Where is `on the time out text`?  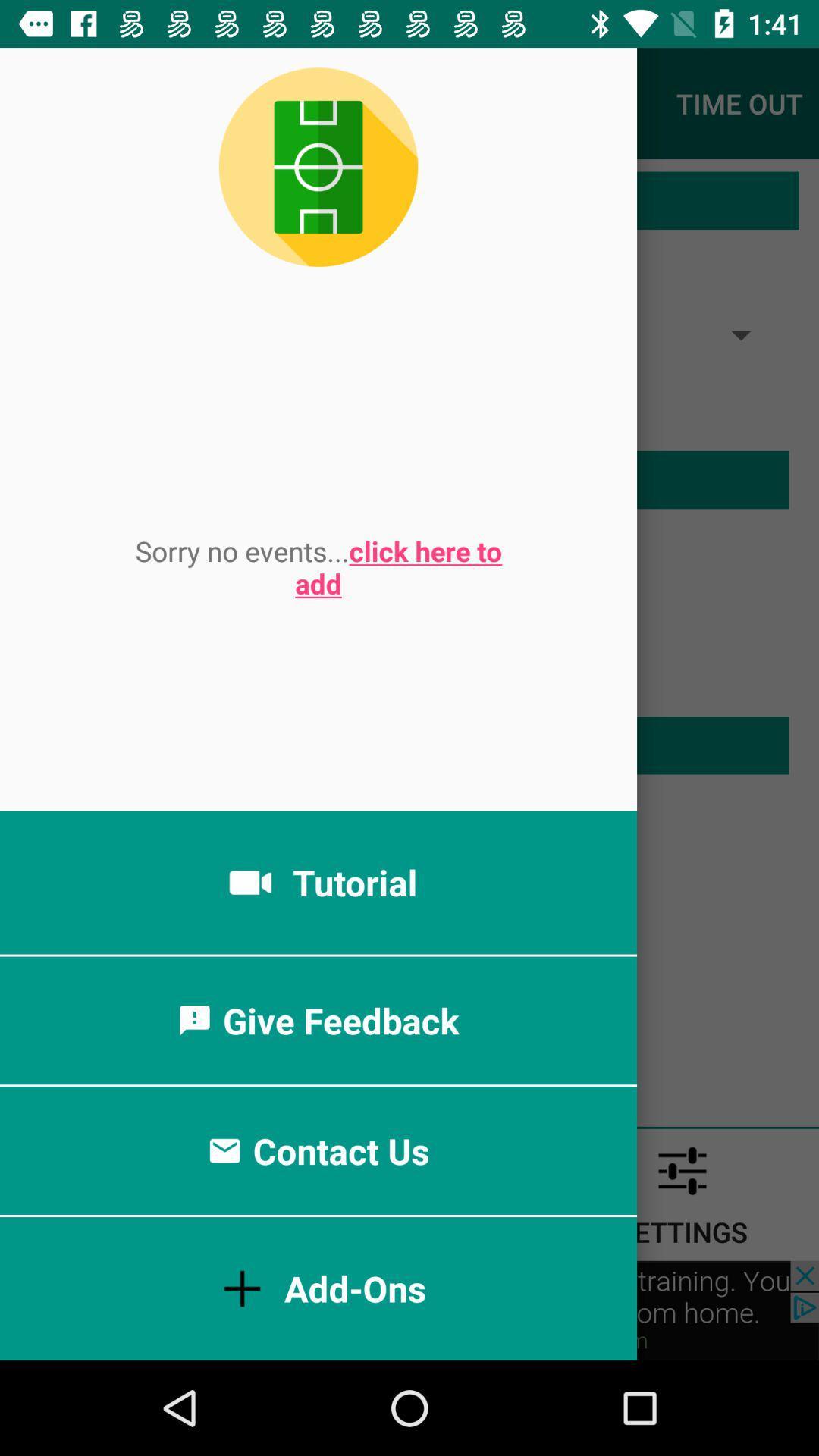
on the time out text is located at coordinates (739, 103).